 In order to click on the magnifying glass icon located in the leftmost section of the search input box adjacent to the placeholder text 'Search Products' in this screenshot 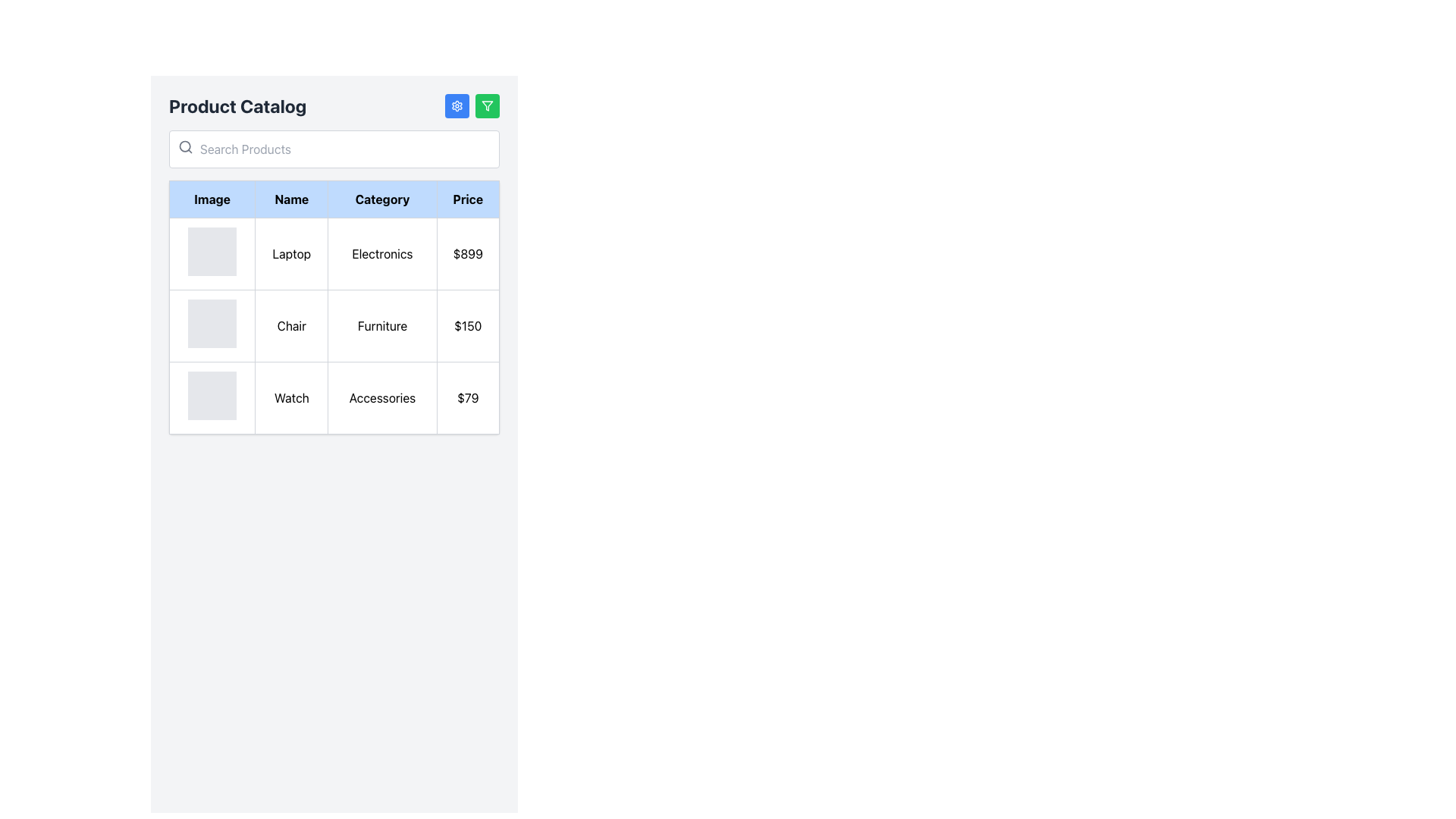, I will do `click(184, 146)`.